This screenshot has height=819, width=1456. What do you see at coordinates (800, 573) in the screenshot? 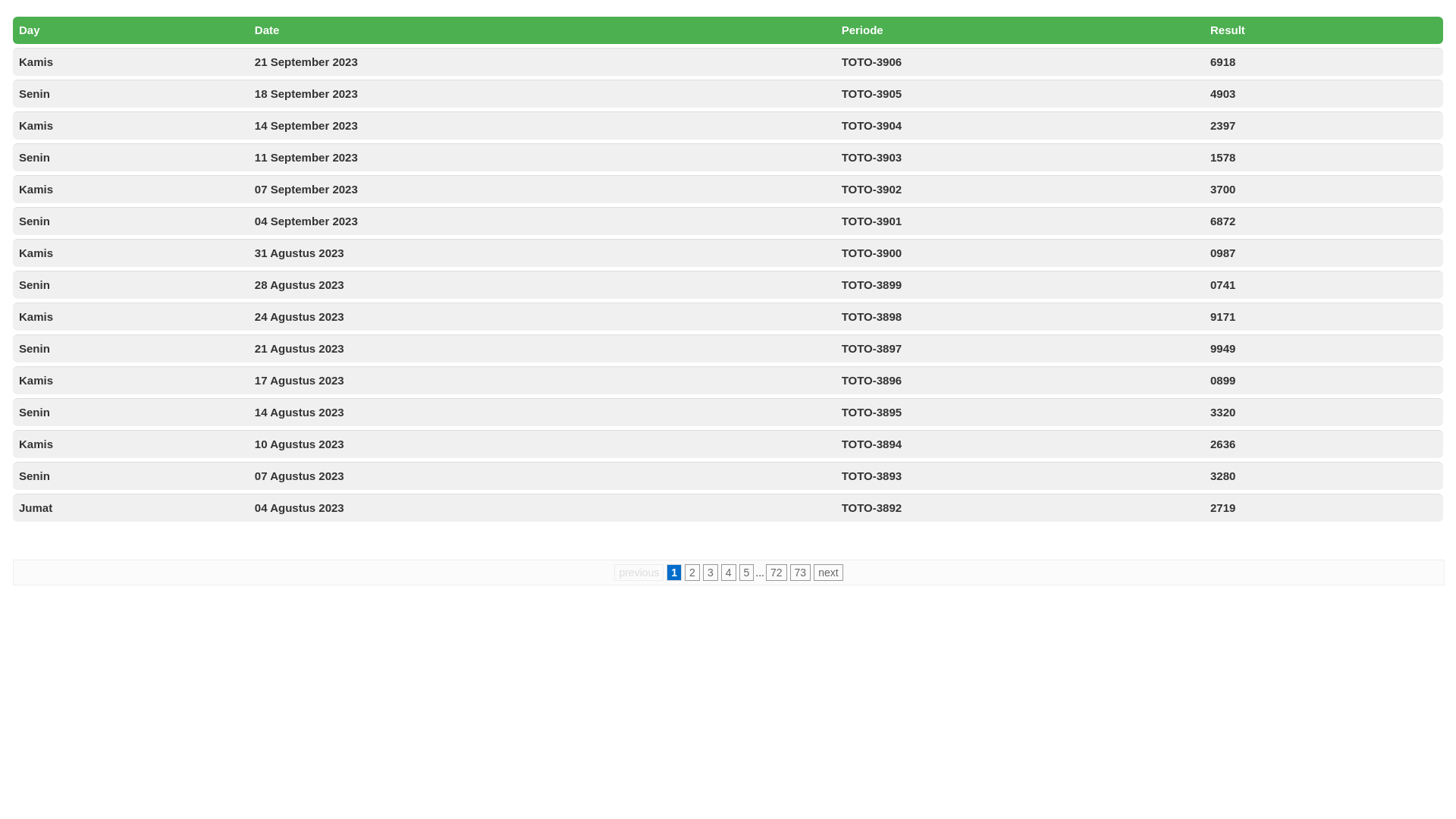
I see `'73'` at bounding box center [800, 573].